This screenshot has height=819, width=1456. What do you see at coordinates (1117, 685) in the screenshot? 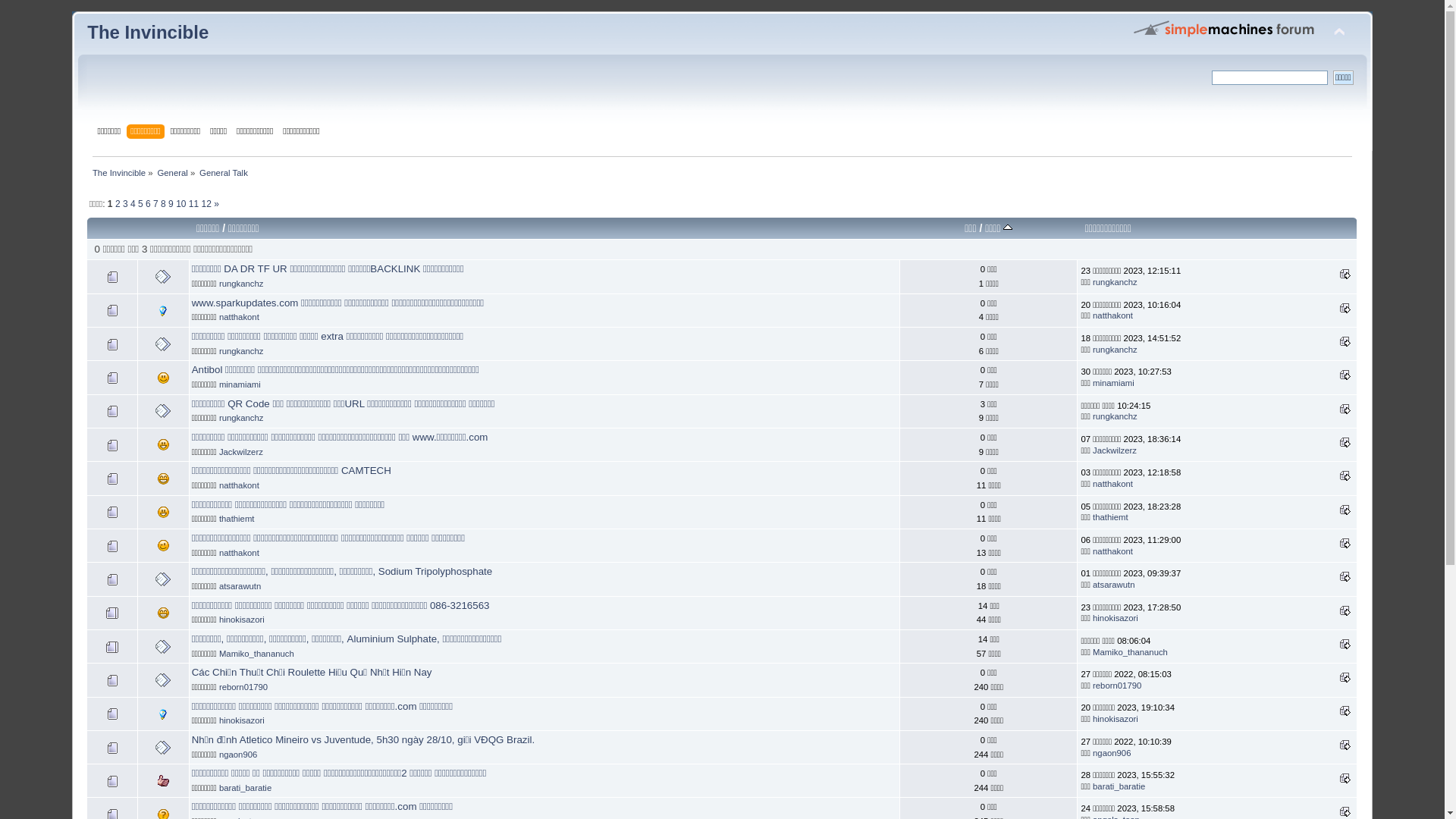
I see `'reborn01790'` at bounding box center [1117, 685].